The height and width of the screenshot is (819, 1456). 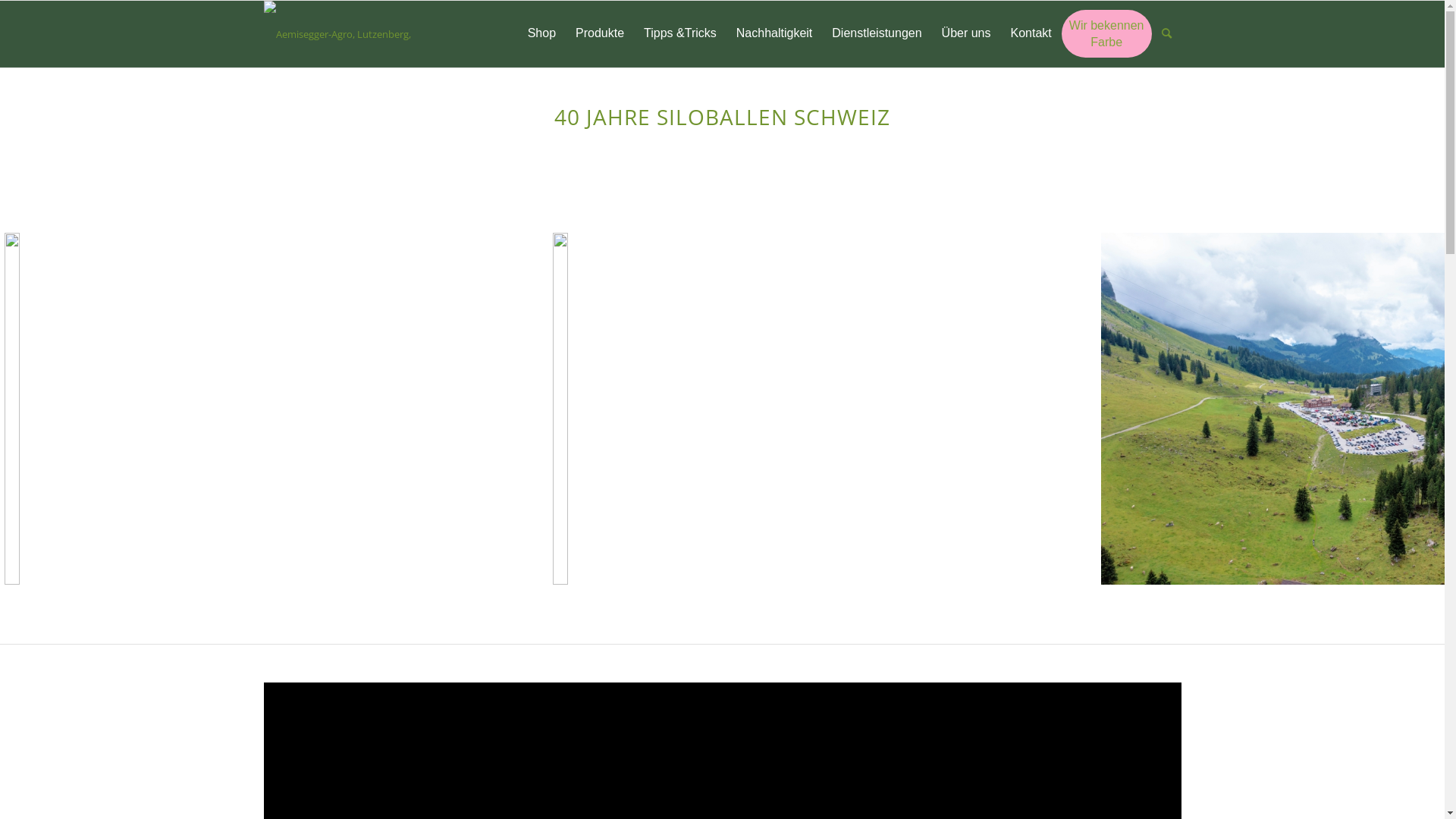 What do you see at coordinates (877, 34) in the screenshot?
I see `'Dienstleistungen'` at bounding box center [877, 34].